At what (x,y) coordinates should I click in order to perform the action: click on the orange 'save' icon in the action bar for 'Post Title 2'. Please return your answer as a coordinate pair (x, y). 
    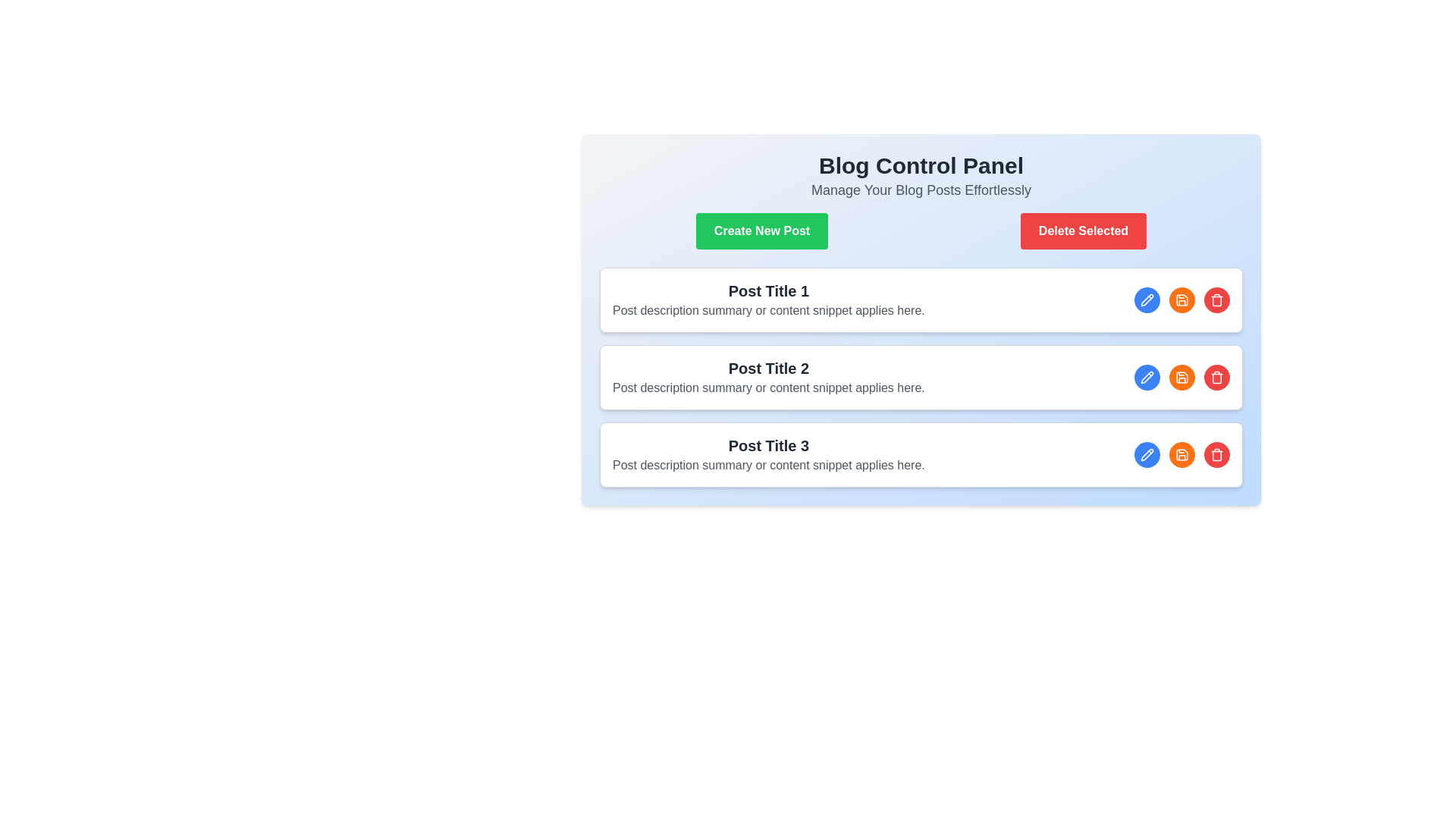
    Looking at the image, I should click on (1181, 300).